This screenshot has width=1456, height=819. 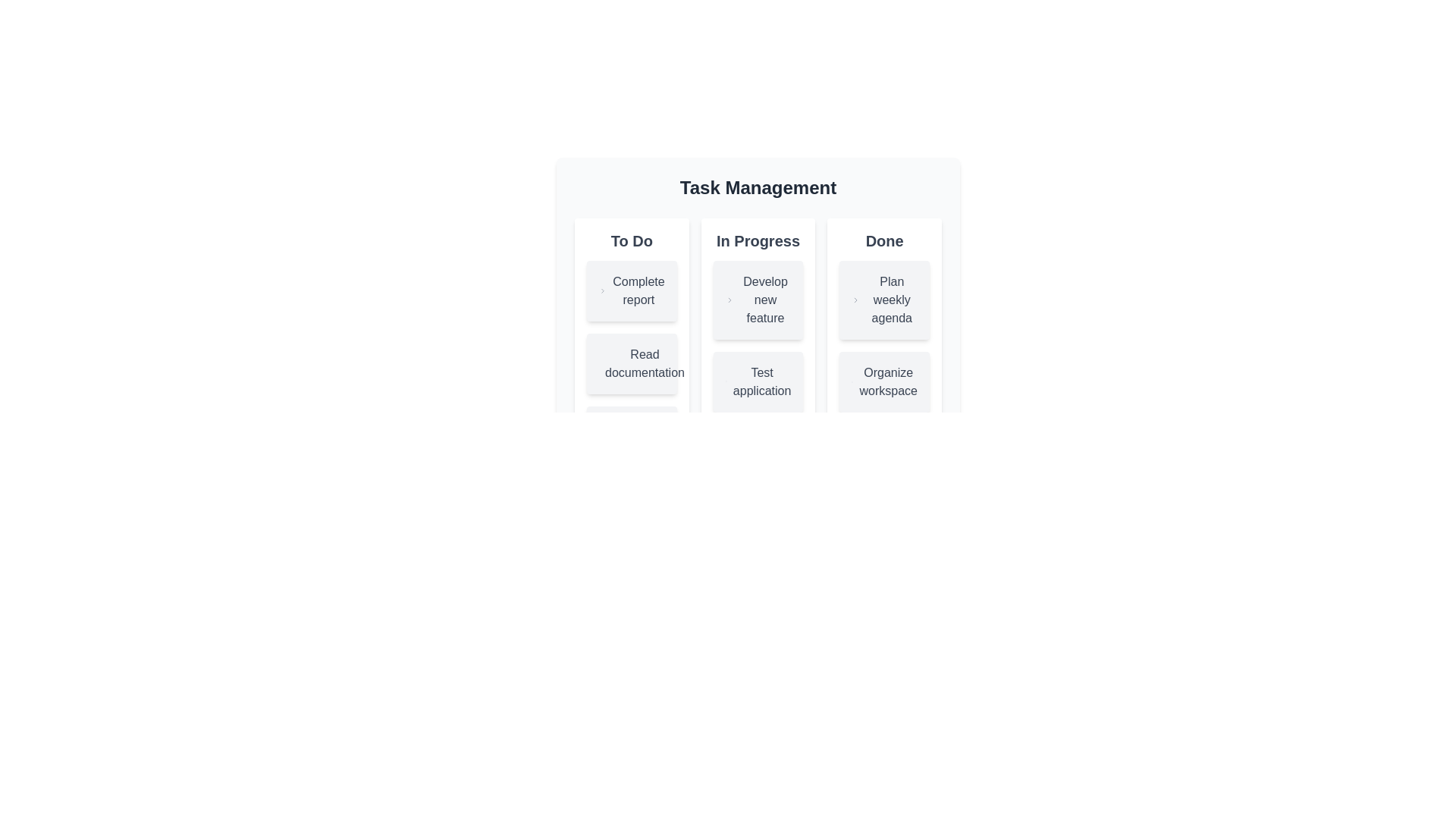 What do you see at coordinates (758, 357) in the screenshot?
I see `the static informational card element labeled 'Test application' in the 'In Progress' section` at bounding box center [758, 357].